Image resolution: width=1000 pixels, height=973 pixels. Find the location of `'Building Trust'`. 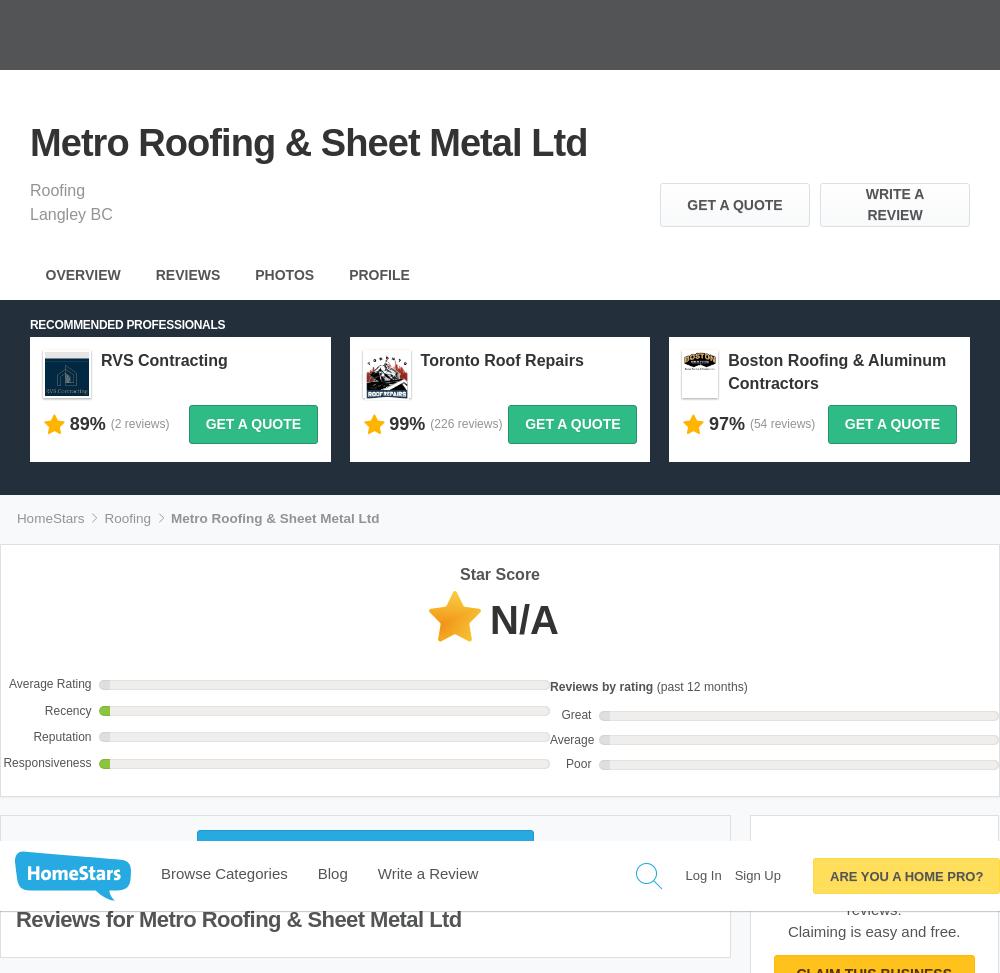

'Building Trust' is located at coordinates (312, 875).